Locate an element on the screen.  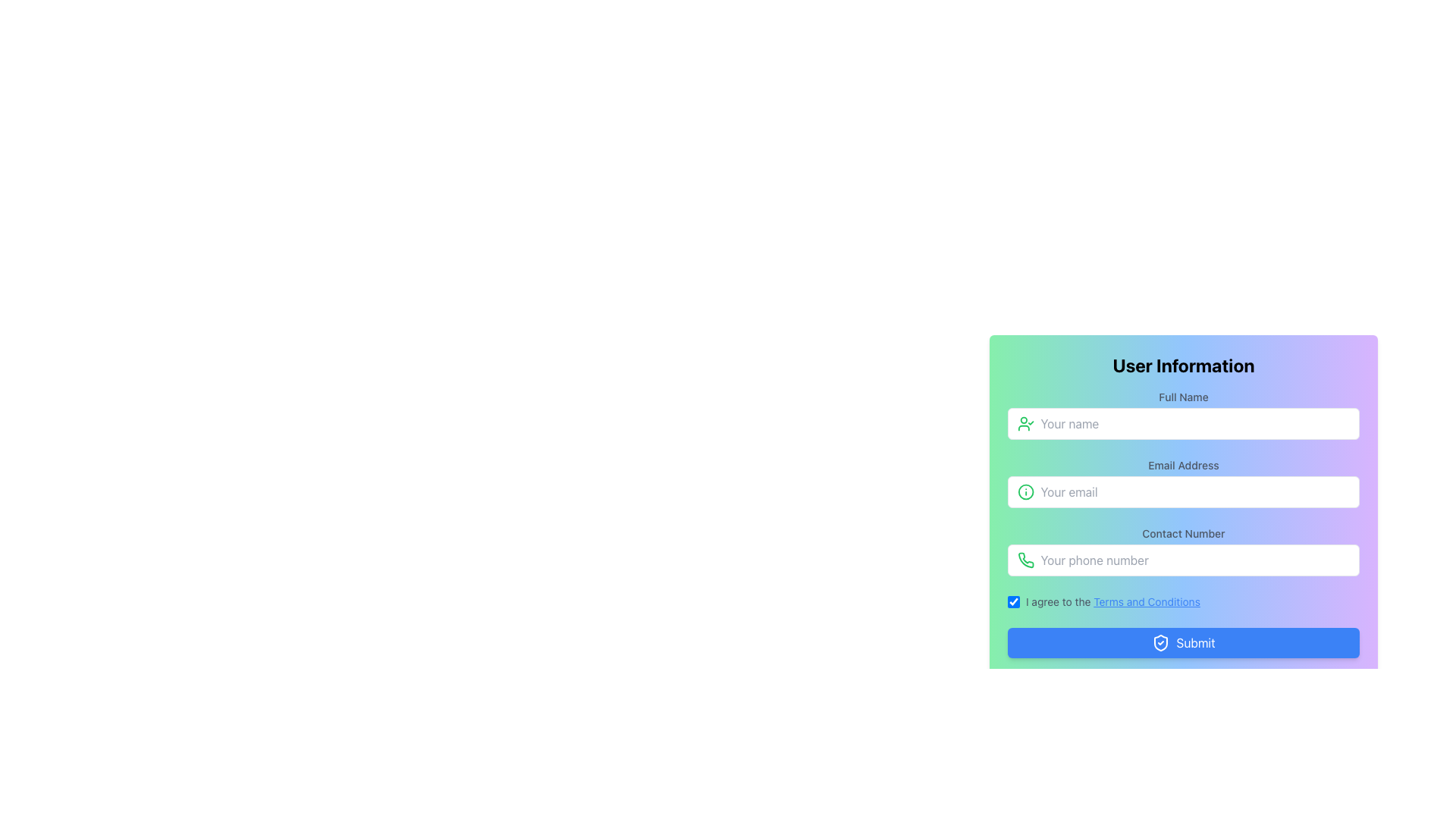
to focus on the Text input field for 'Full Name' in the 'User Information' form, which is the first field in a vertically stacked layout is located at coordinates (1182, 415).